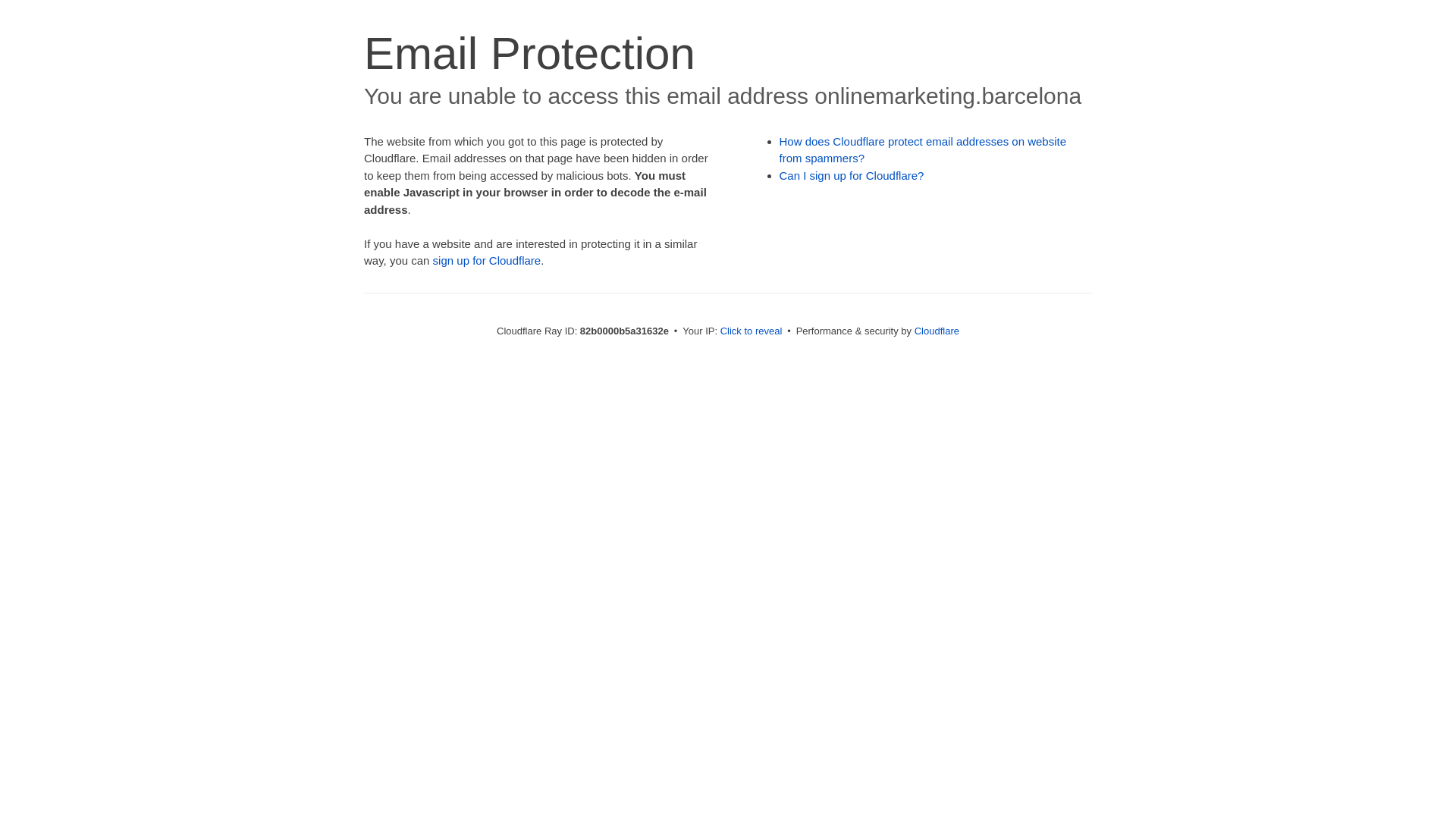 The width and height of the screenshot is (1456, 819). I want to click on 'Can I sign up for Cloudflare?', so click(852, 174).